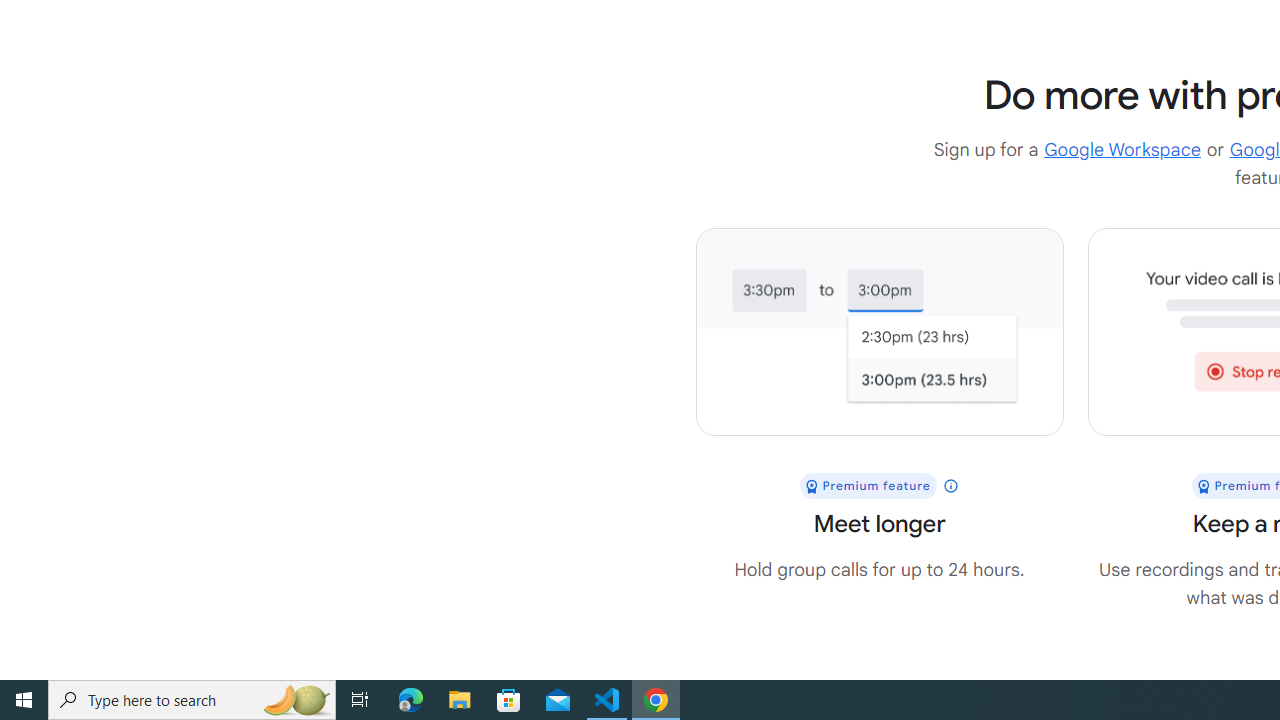 Image resolution: width=1280 pixels, height=720 pixels. What do you see at coordinates (879, 486) in the screenshot?
I see `'Premium feature'` at bounding box center [879, 486].